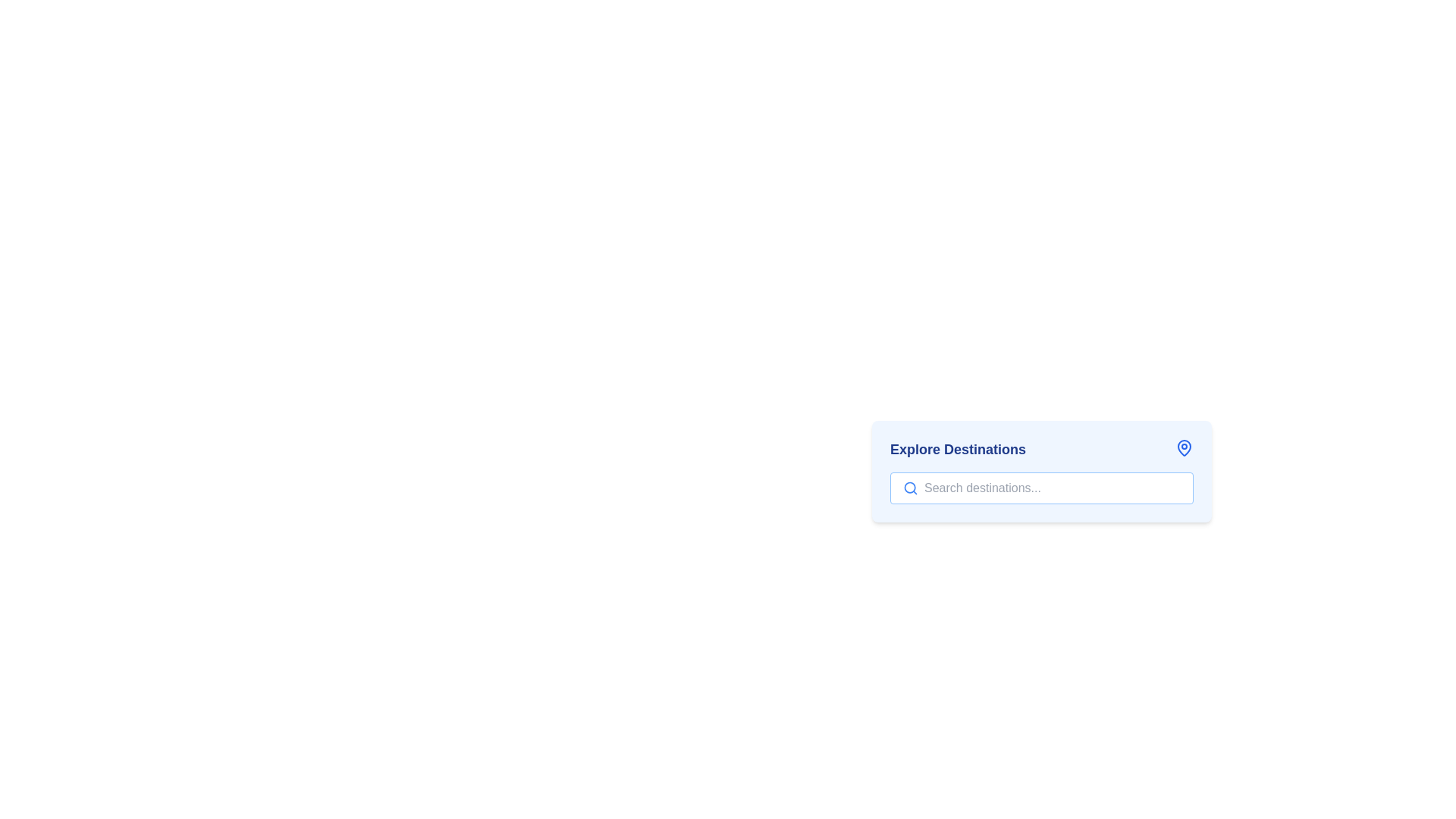 Image resolution: width=1456 pixels, height=819 pixels. Describe the element at coordinates (910, 488) in the screenshot. I see `the circular part of the magnifying glass icon in the 'Explore Destinations' section, which serves as a decorative part of the search icon` at that location.